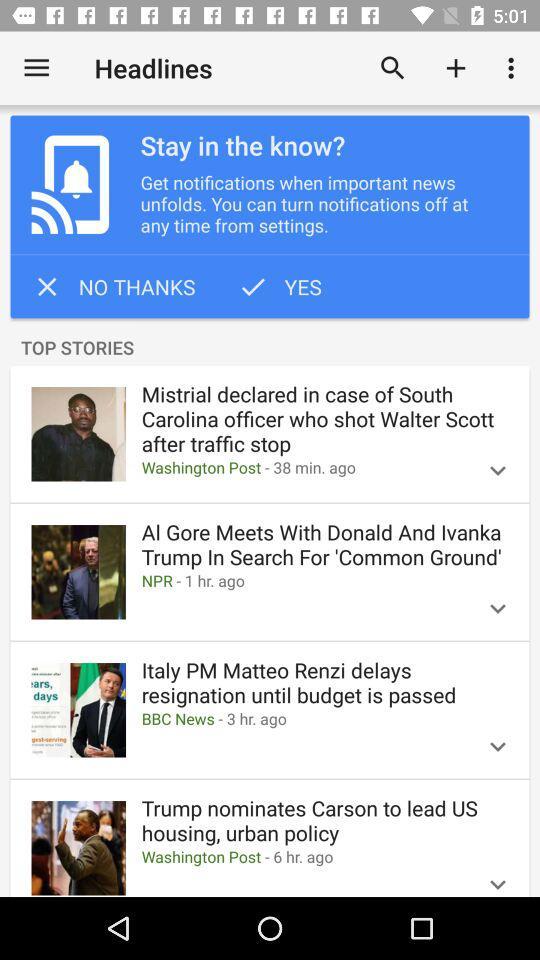 Image resolution: width=540 pixels, height=960 pixels. I want to click on icon above bbc news 3 item, so click(325, 683).